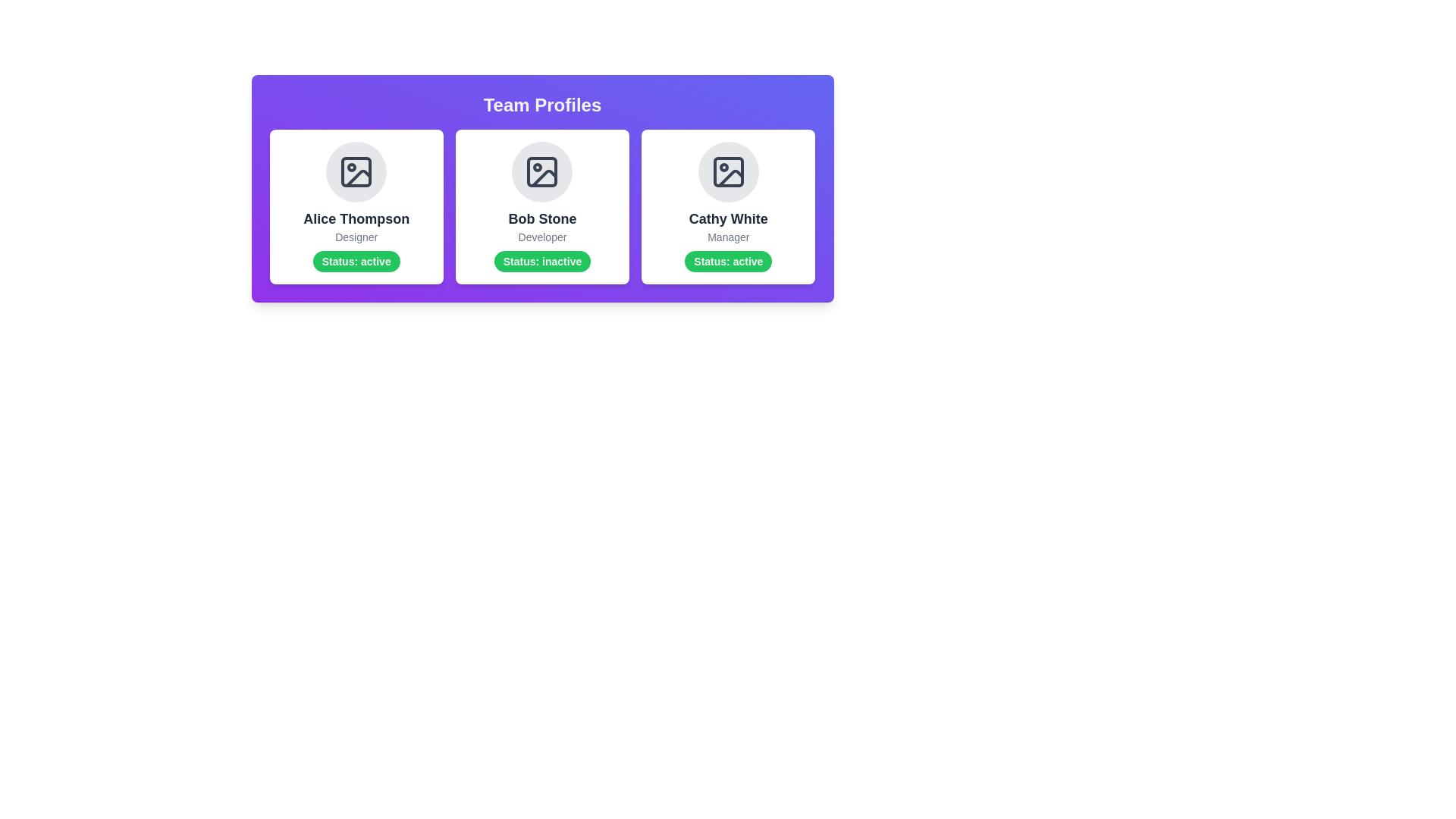 This screenshot has height=819, width=1456. What do you see at coordinates (542, 171) in the screenshot?
I see `image placeholder icon resembling a picture frame with a mountain and a sun, located in the second avatar slot of the 'Team Profiles' section above the name 'Bob Stone'` at bounding box center [542, 171].